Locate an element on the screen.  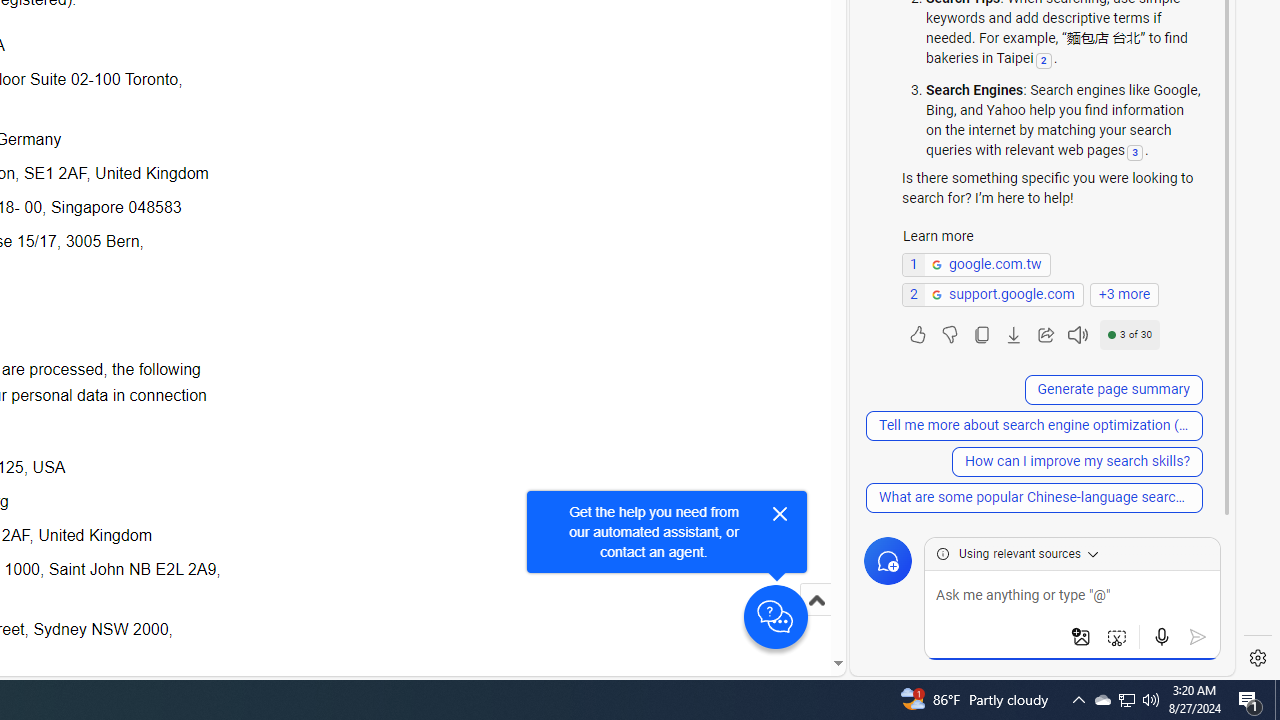
'Scroll to top' is located at coordinates (816, 620).